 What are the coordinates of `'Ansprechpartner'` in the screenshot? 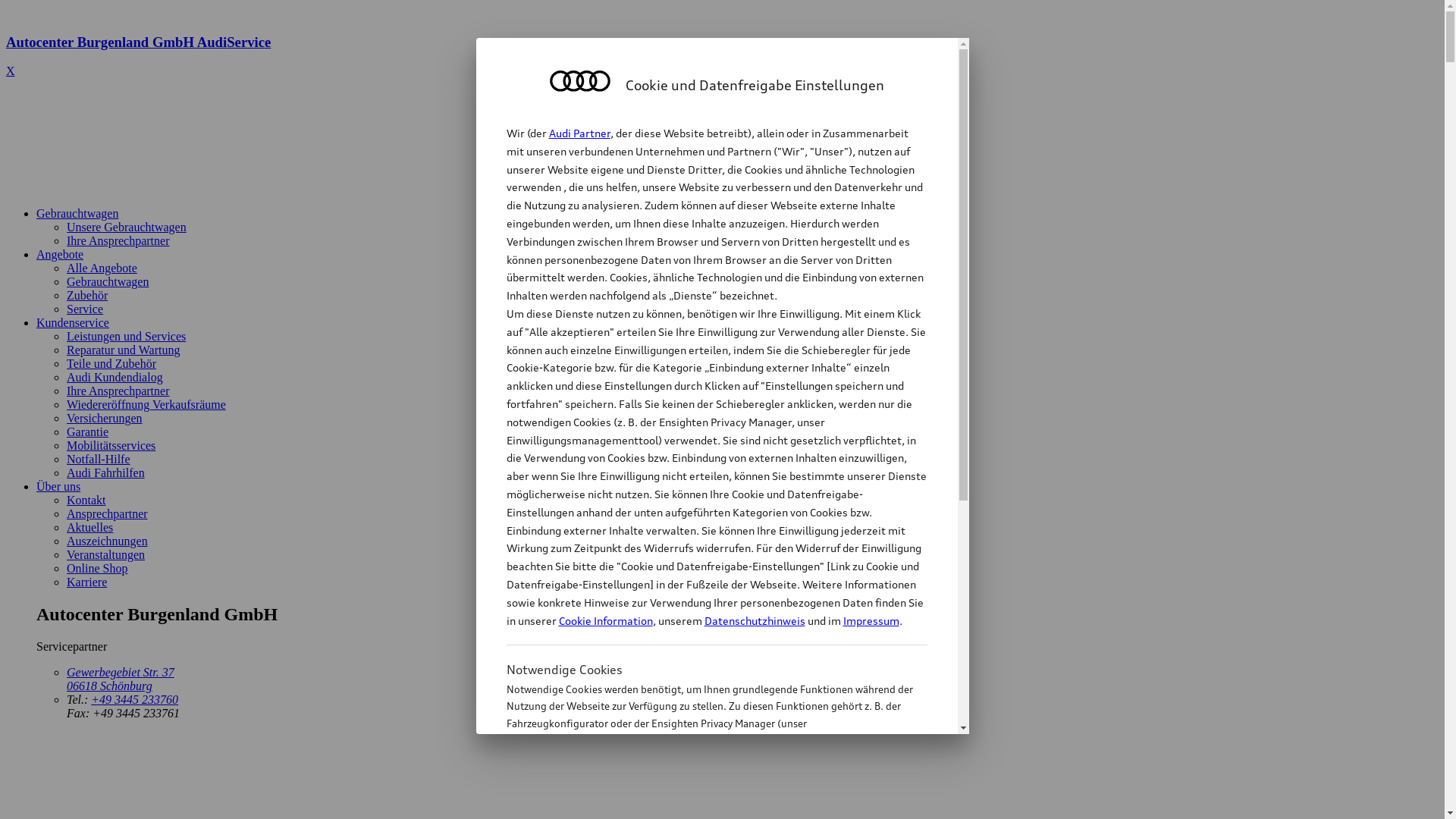 It's located at (106, 513).